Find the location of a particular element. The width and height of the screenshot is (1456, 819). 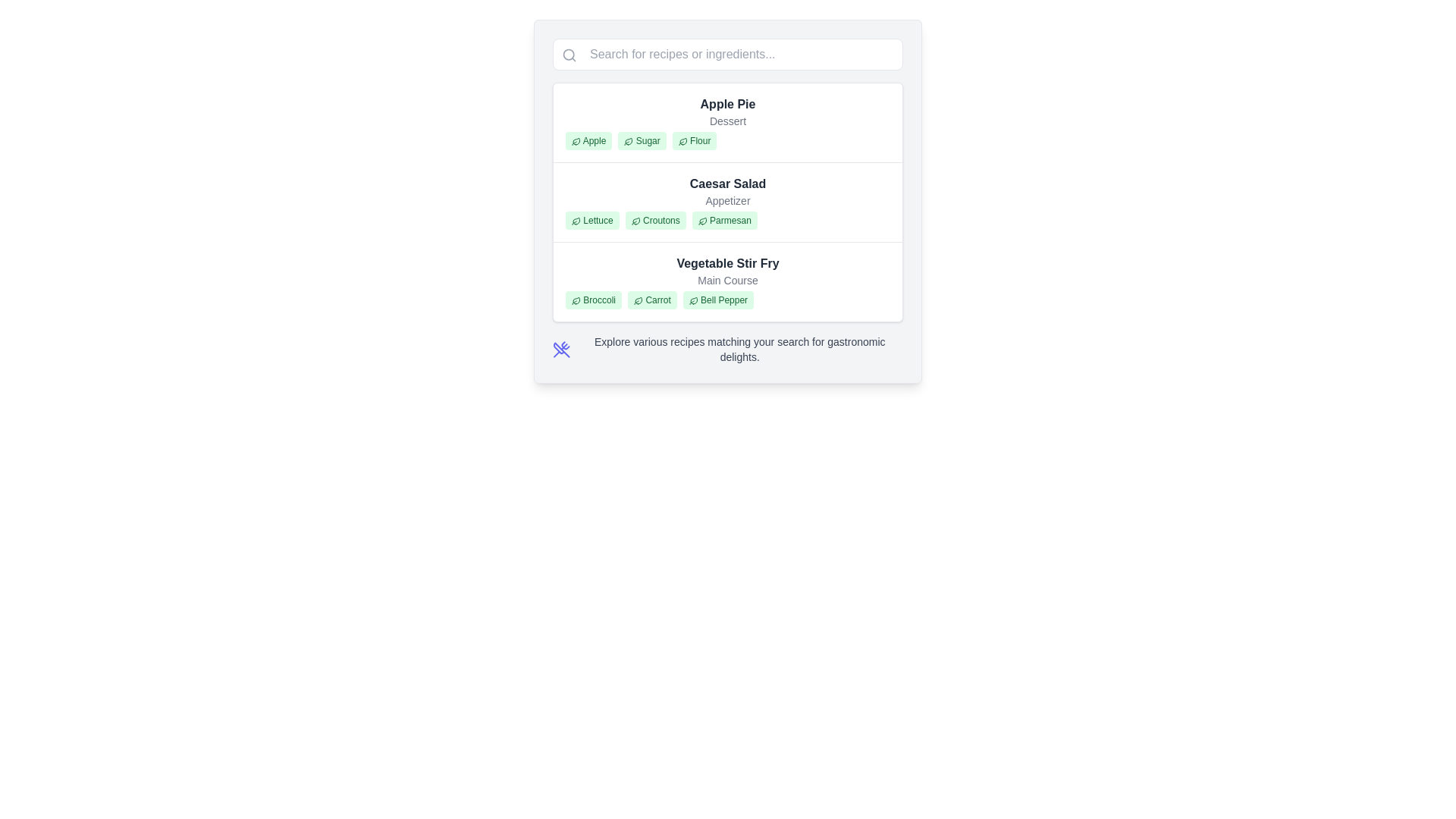

the List Item displaying 'Apple Pie' with the tags 'Apple', 'Sugar', and 'Flour' at the top of the list is located at coordinates (728, 122).